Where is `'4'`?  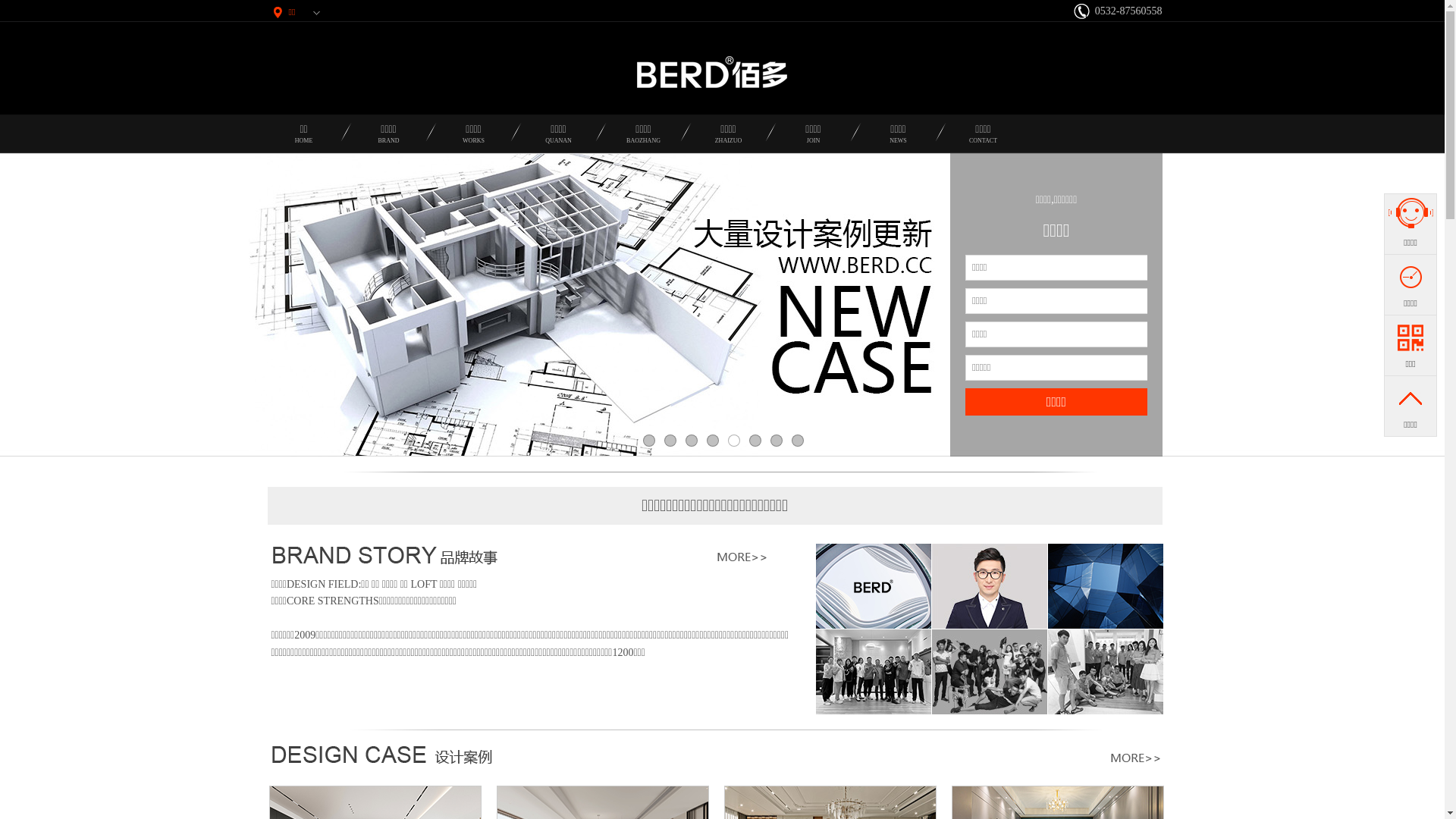
'4' is located at coordinates (712, 441).